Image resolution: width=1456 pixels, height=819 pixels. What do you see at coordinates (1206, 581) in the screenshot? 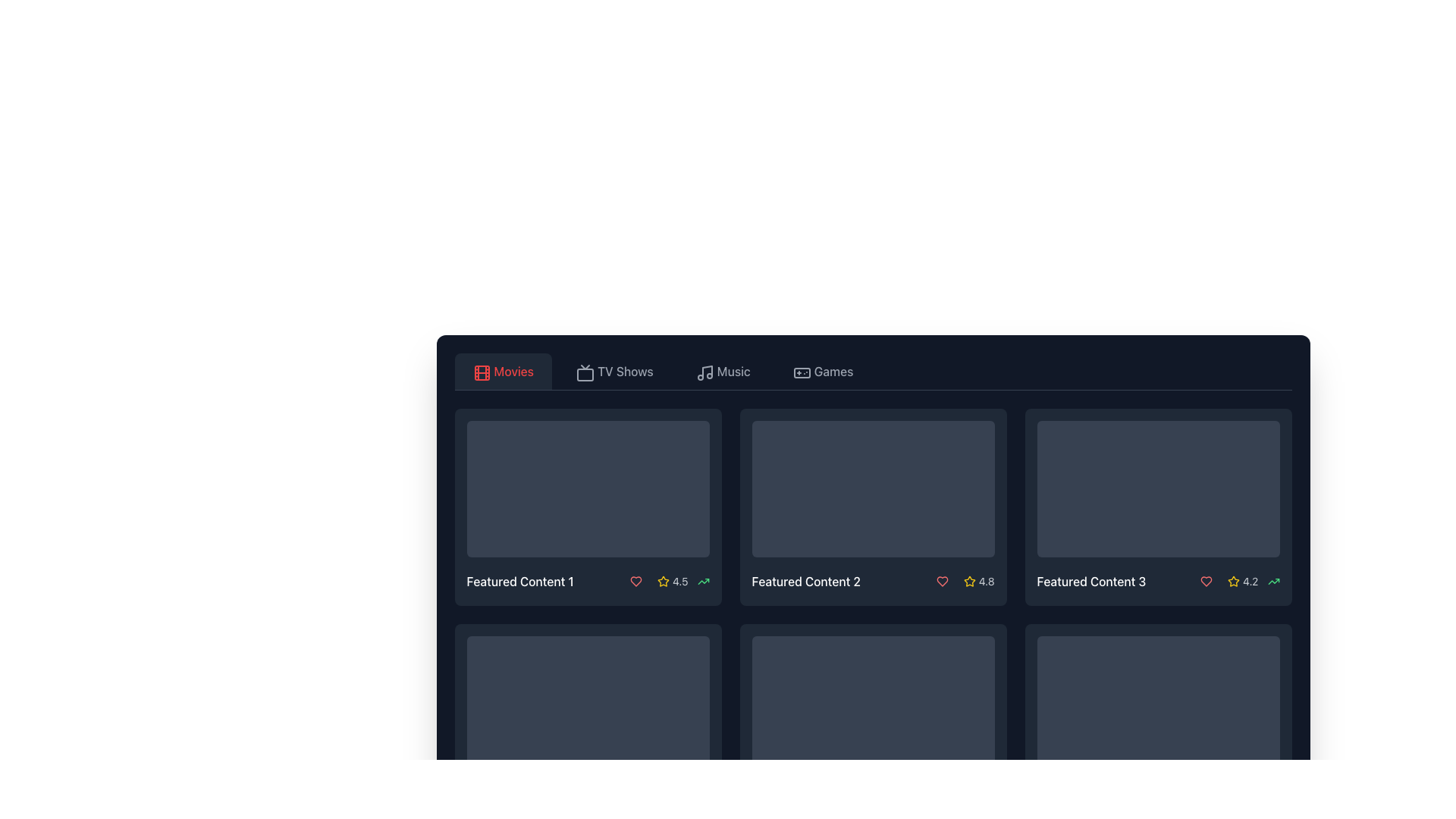
I see `the heart icon located in the lower-right section of the row showing 'Featured Content 3'` at bounding box center [1206, 581].